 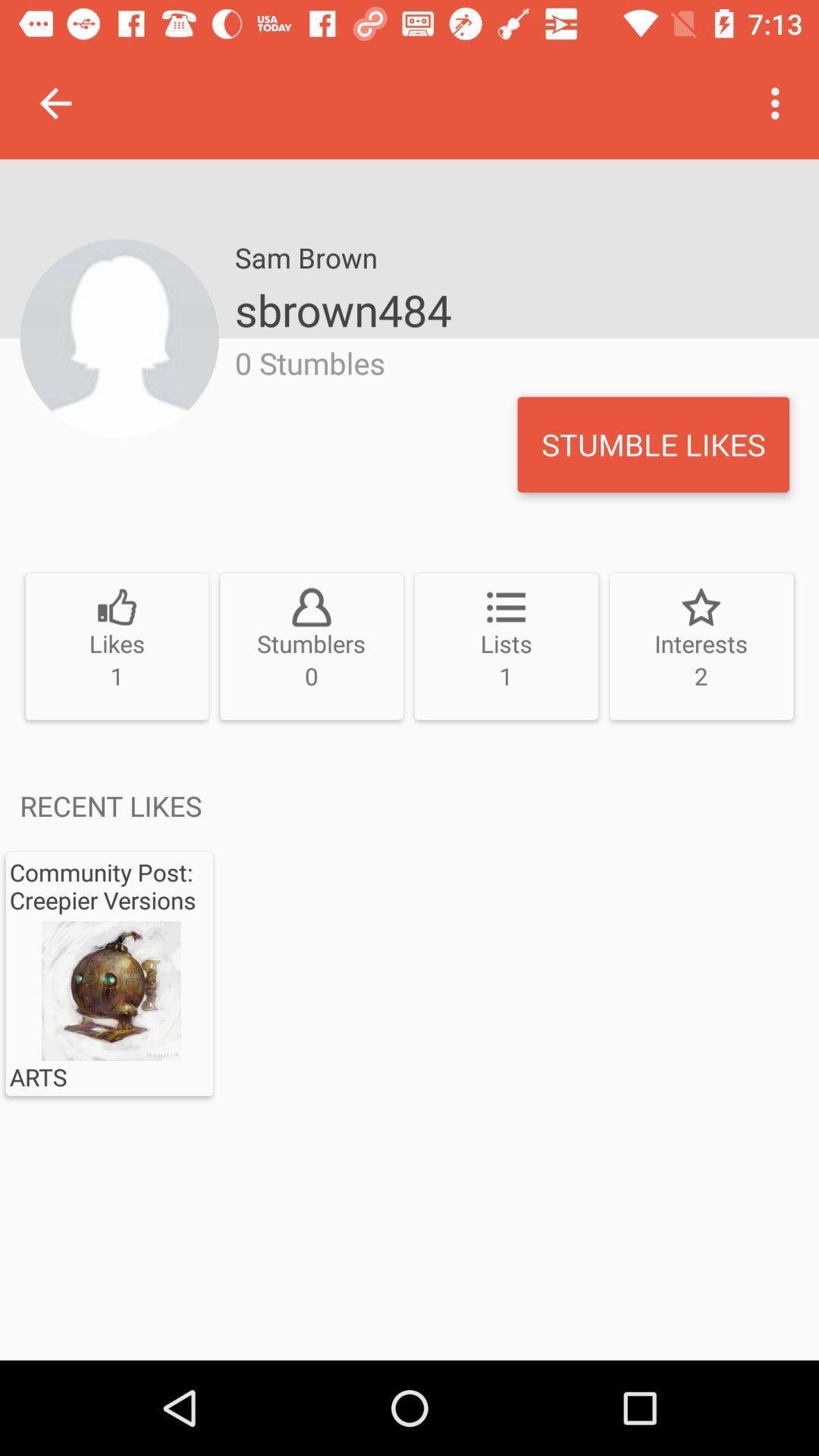 I want to click on the item next to 0 stumbles icon, so click(x=652, y=444).